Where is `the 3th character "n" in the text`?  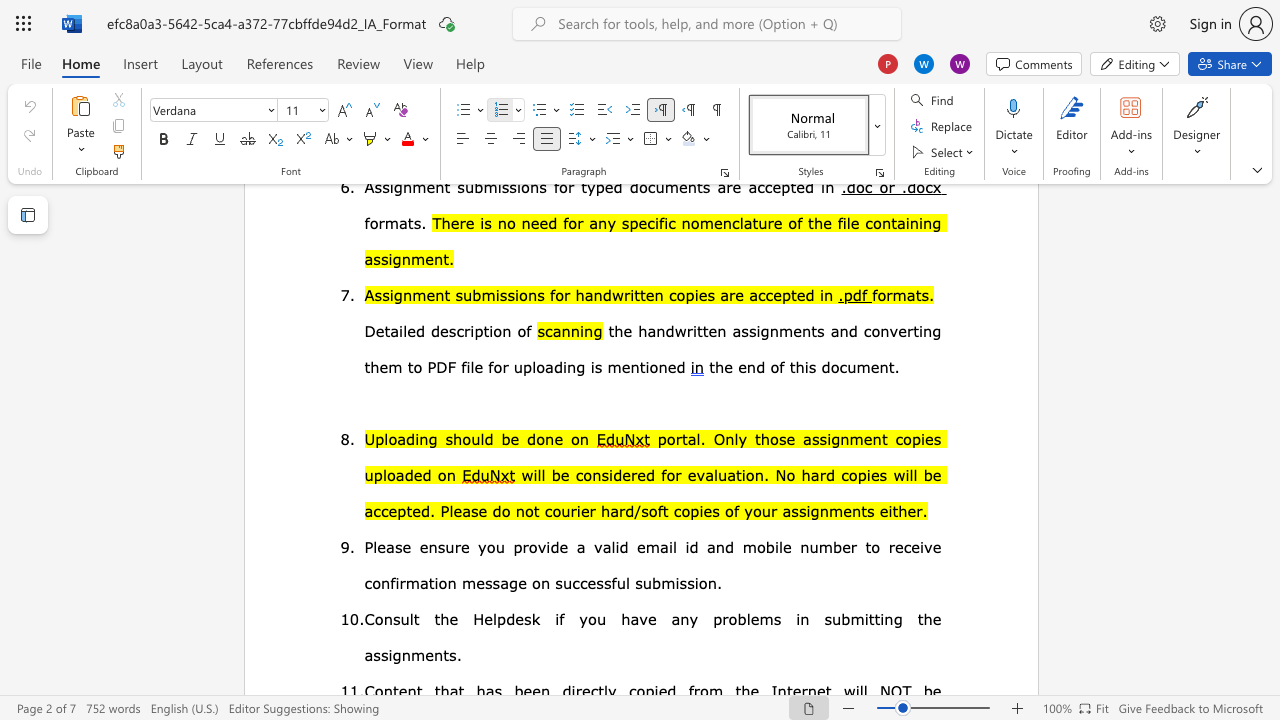
the 3th character "n" in the text is located at coordinates (804, 546).